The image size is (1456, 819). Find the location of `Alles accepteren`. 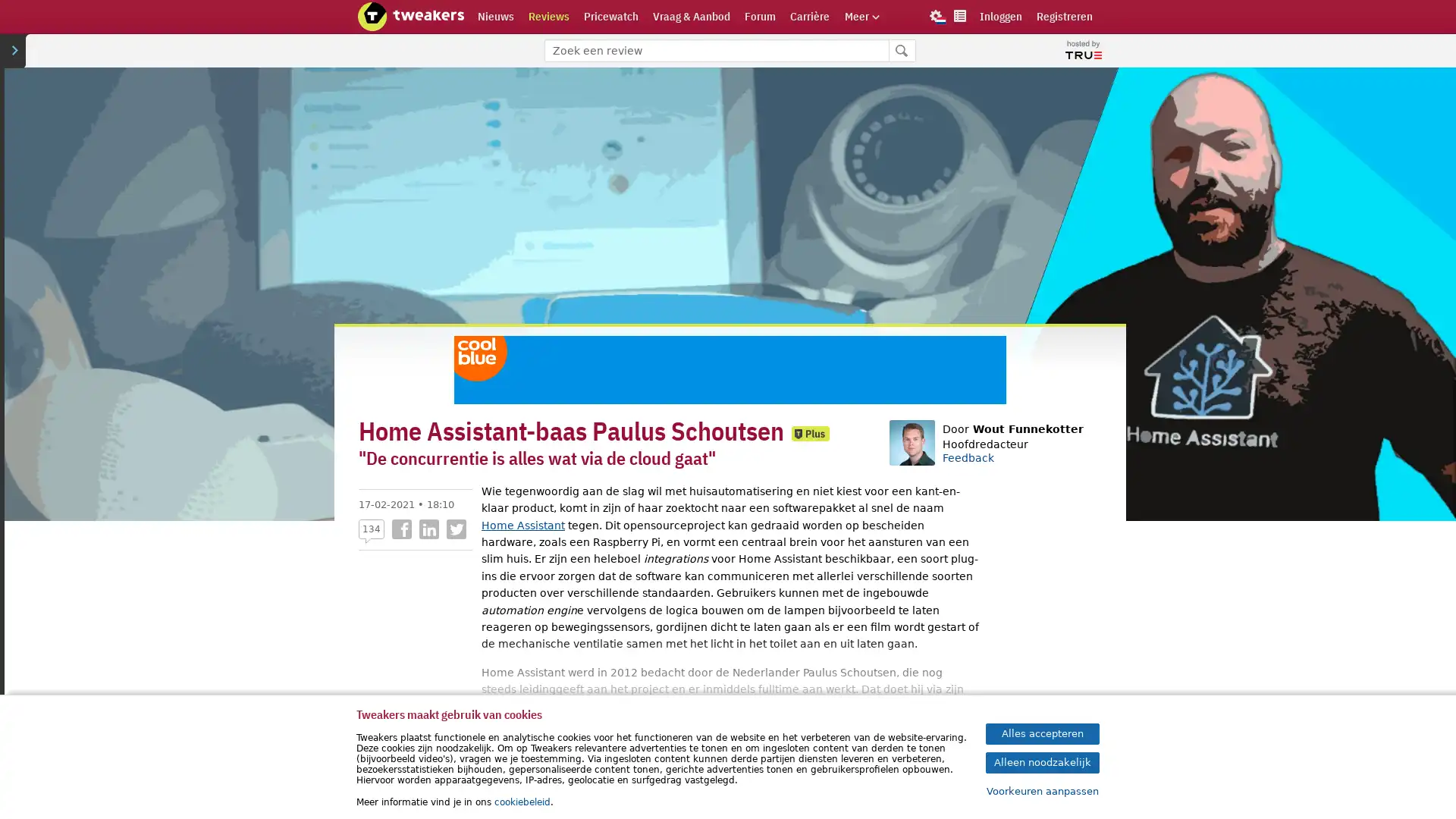

Alles accepteren is located at coordinates (1041, 733).